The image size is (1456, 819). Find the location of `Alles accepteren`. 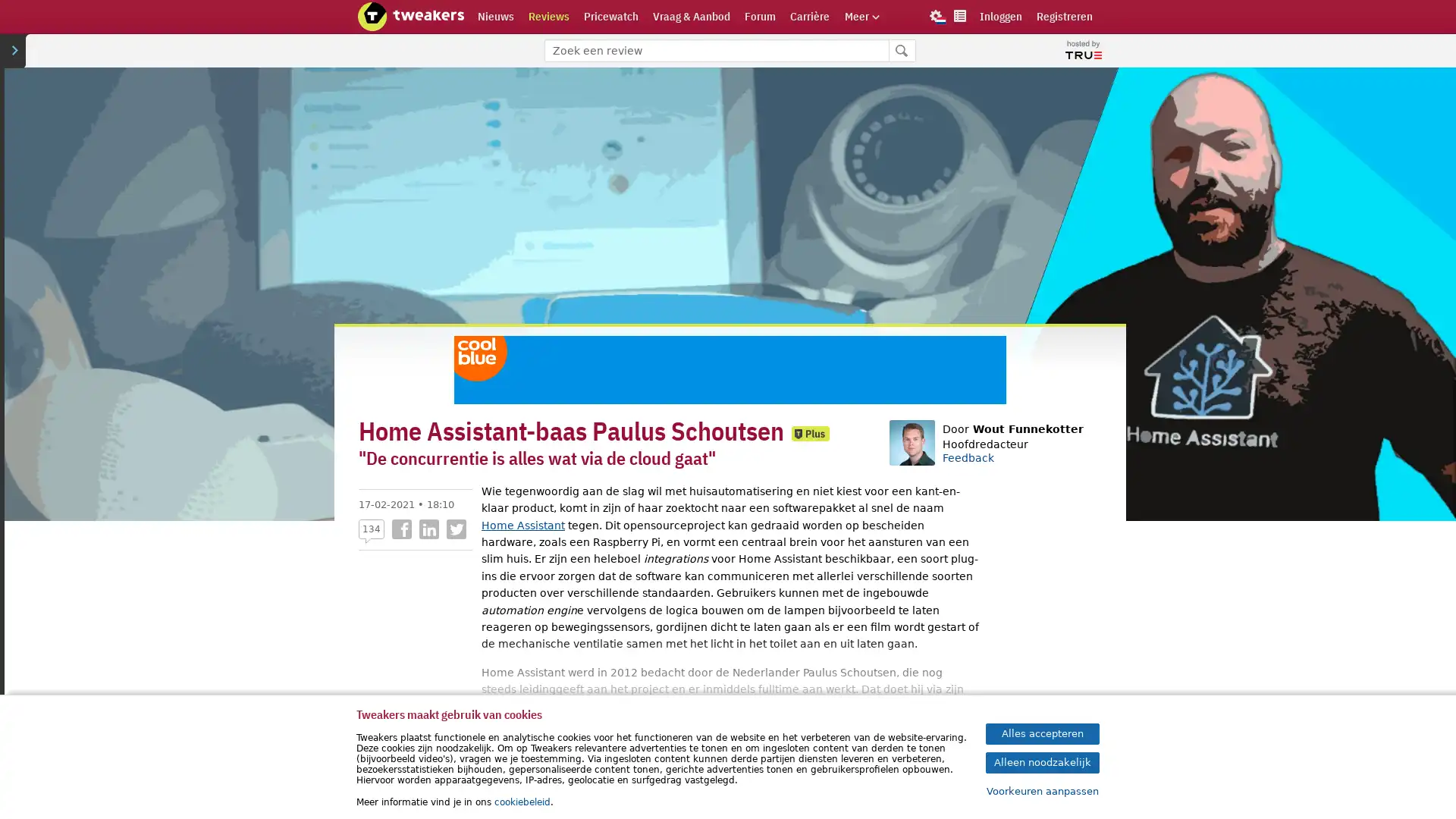

Alles accepteren is located at coordinates (1041, 733).